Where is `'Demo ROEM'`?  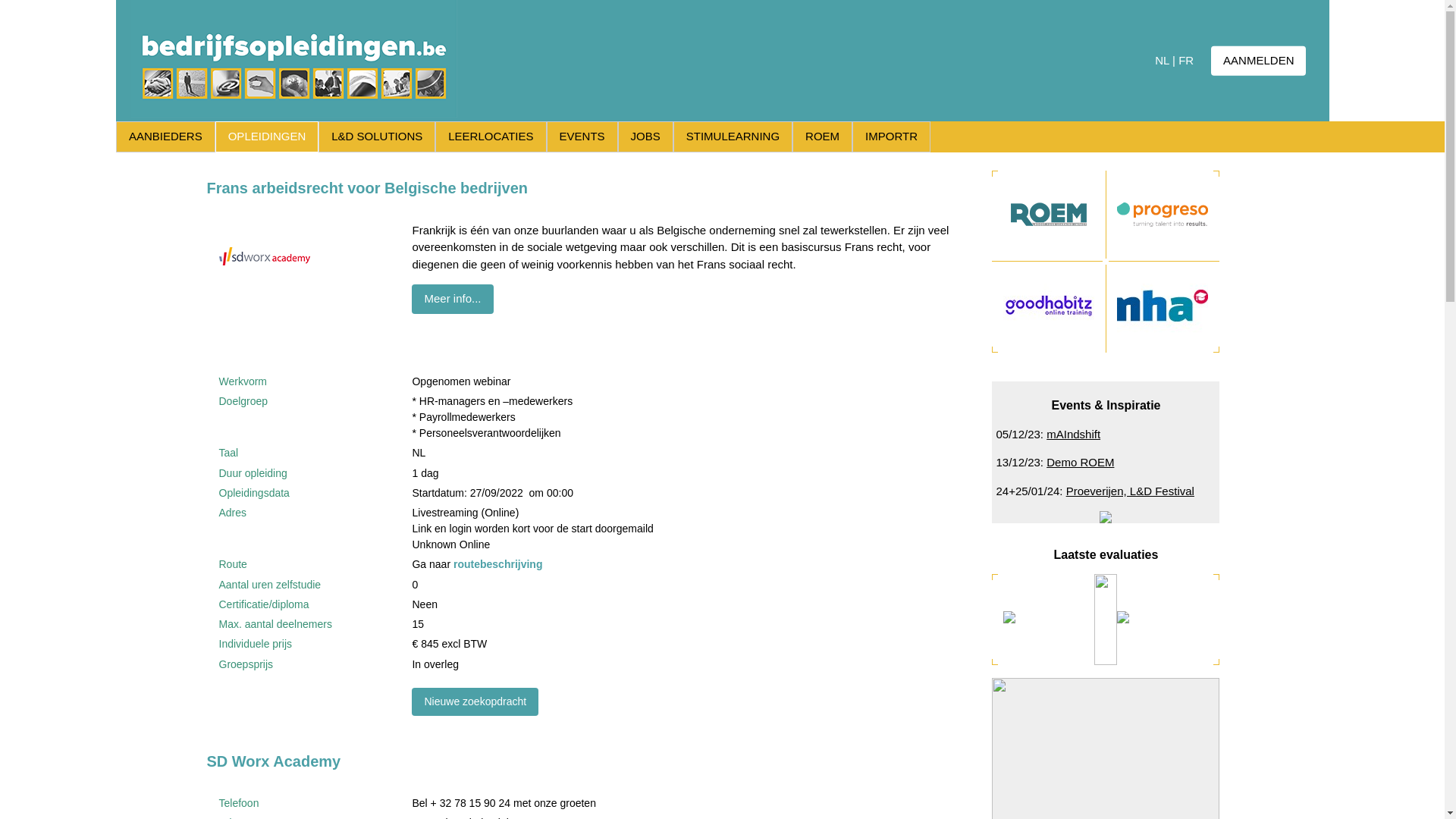
'Demo ROEM' is located at coordinates (1079, 461).